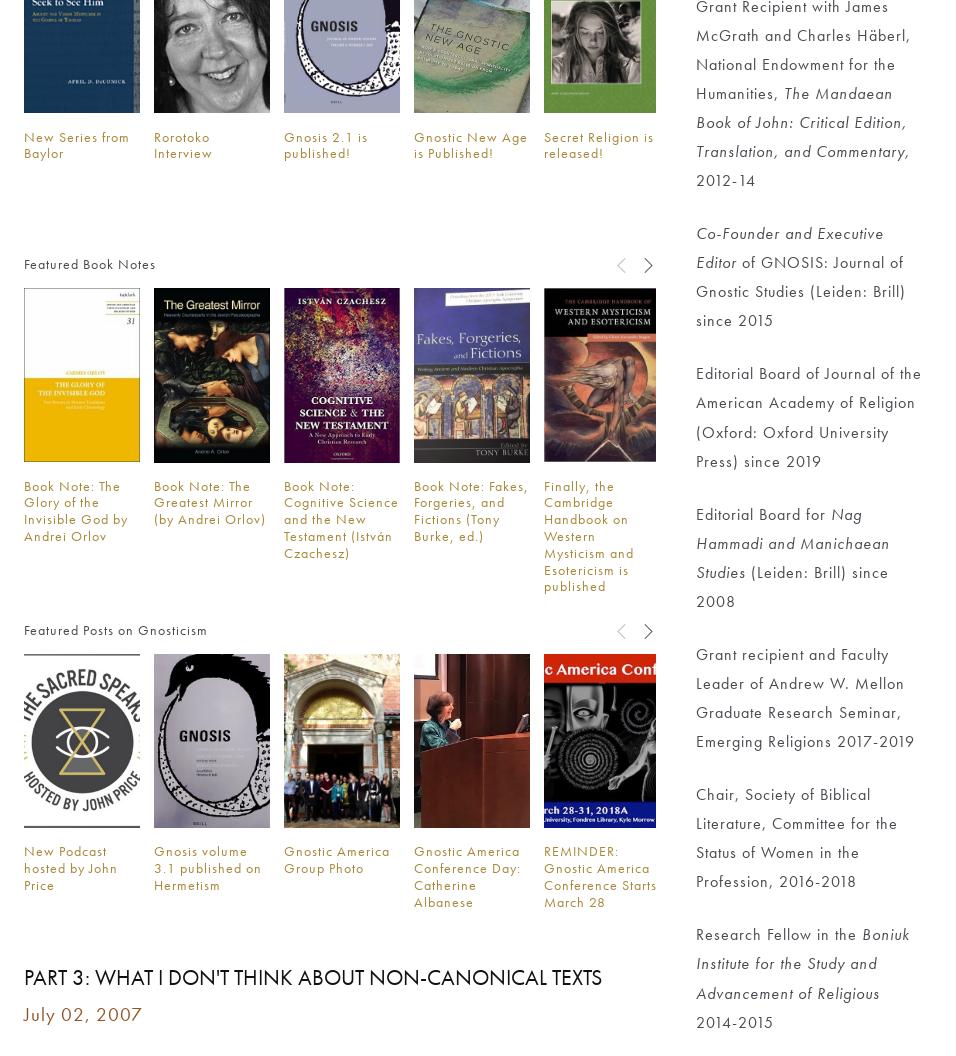 The image size is (956, 1056). What do you see at coordinates (470, 509) in the screenshot?
I see `'Book Note: Fakes, Forgeries, and Fictions (Tony Burke, ed.)'` at bounding box center [470, 509].